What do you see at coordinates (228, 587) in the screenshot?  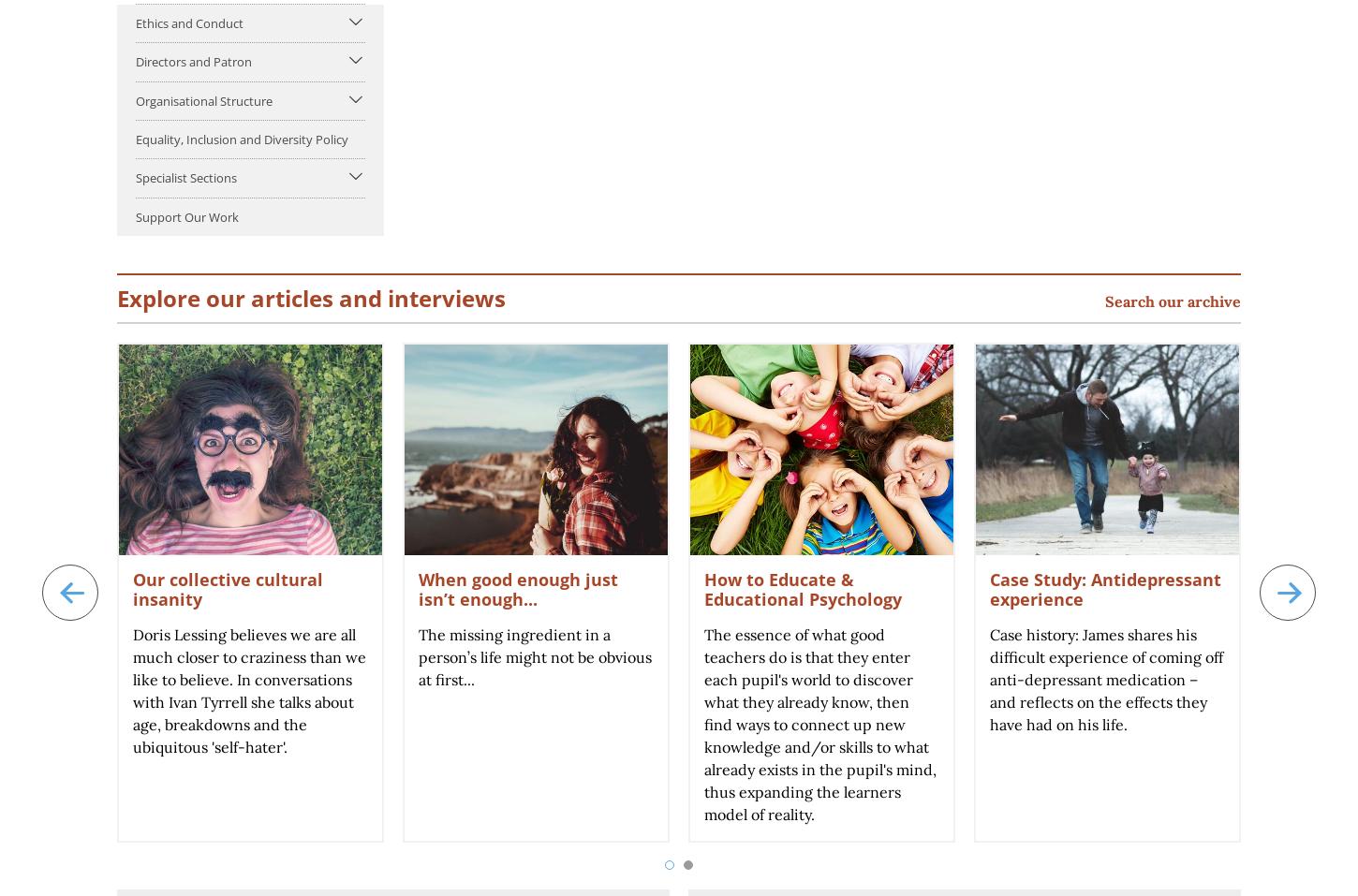 I see `'Our collective cultural insanity'` at bounding box center [228, 587].